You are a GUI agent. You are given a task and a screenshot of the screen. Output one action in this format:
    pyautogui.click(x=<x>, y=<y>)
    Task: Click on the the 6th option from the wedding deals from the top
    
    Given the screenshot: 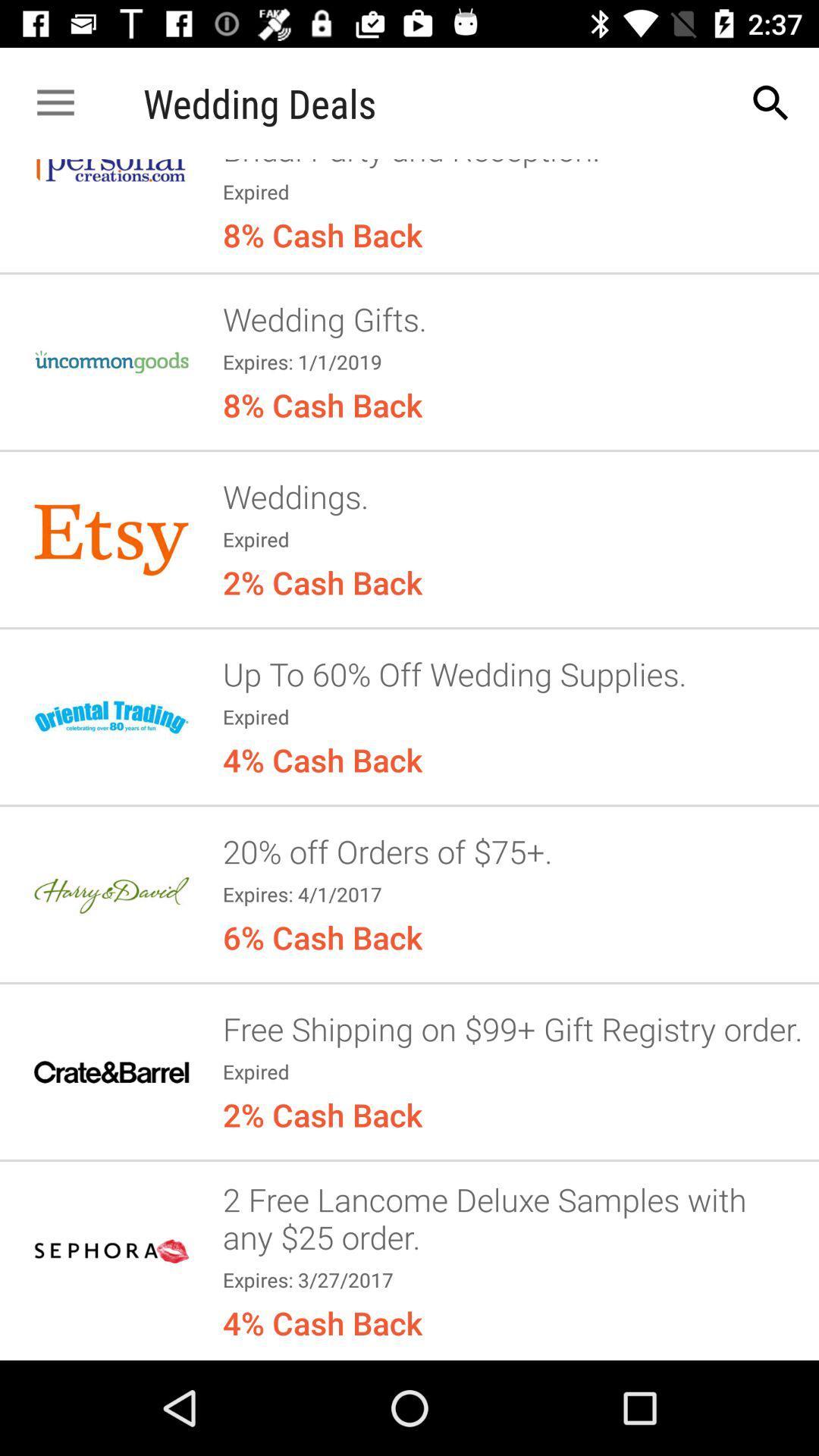 What is the action you would take?
    pyautogui.click(x=110, y=1071)
    